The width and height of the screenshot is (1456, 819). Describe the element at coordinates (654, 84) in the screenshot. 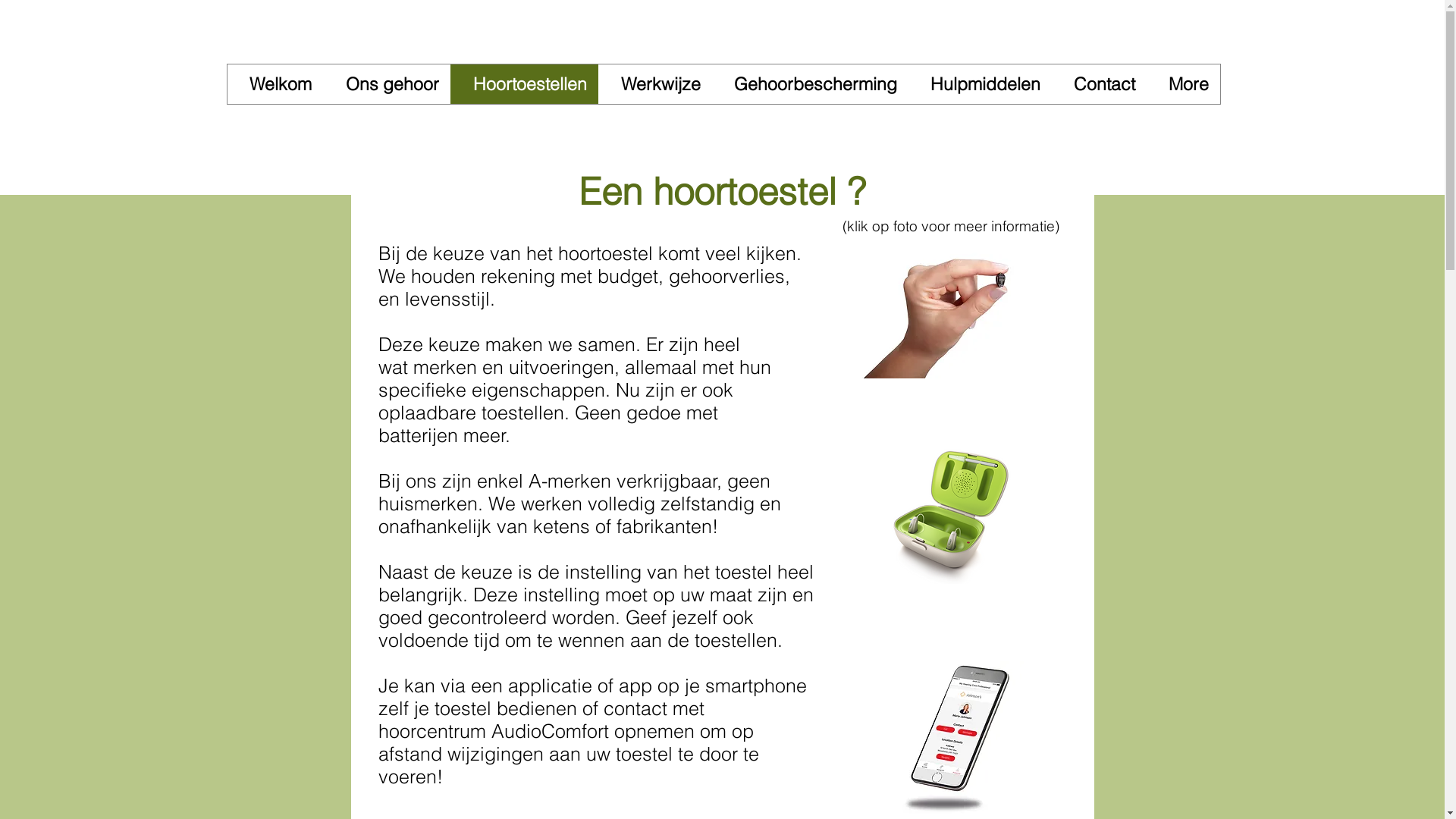

I see `'Werkwijze'` at that location.